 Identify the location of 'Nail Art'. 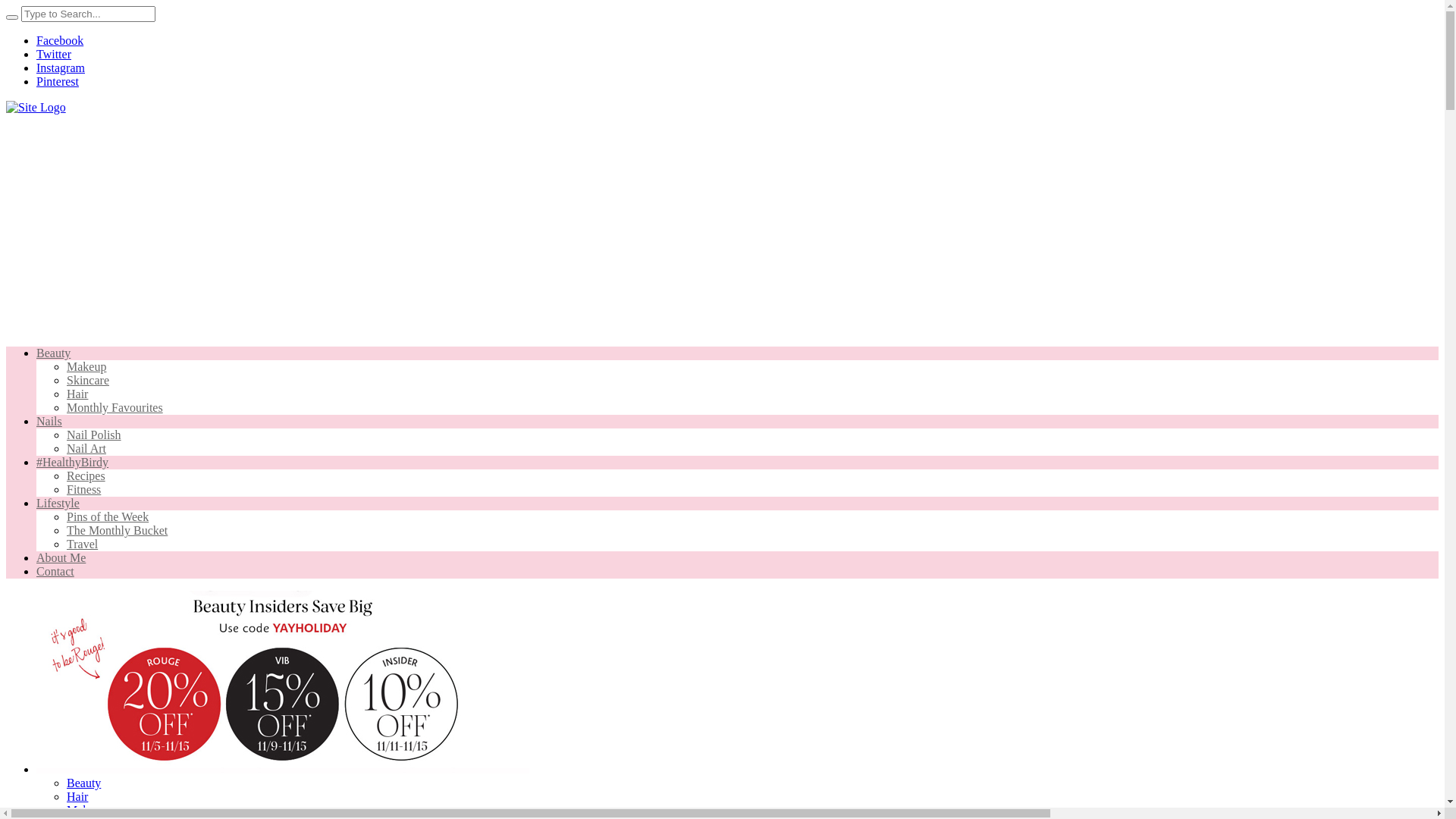
(86, 447).